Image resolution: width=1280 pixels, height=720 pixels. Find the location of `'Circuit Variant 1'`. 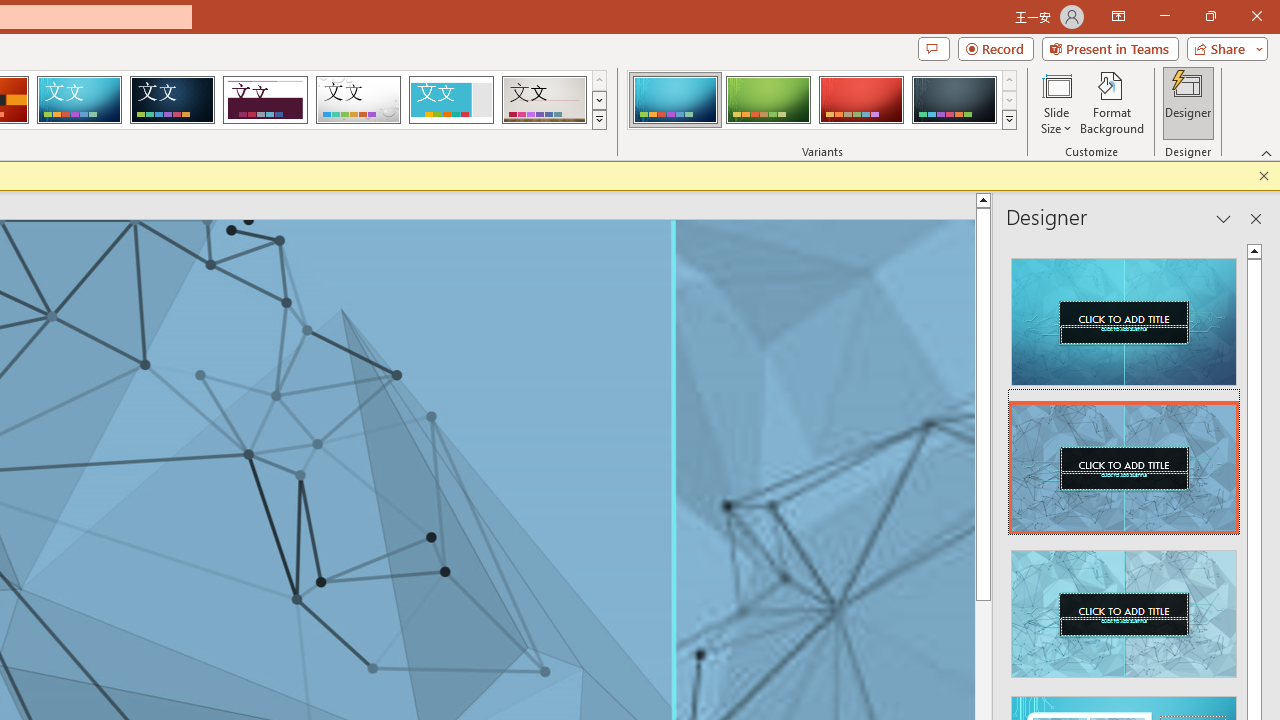

'Circuit Variant 1' is located at coordinates (675, 100).